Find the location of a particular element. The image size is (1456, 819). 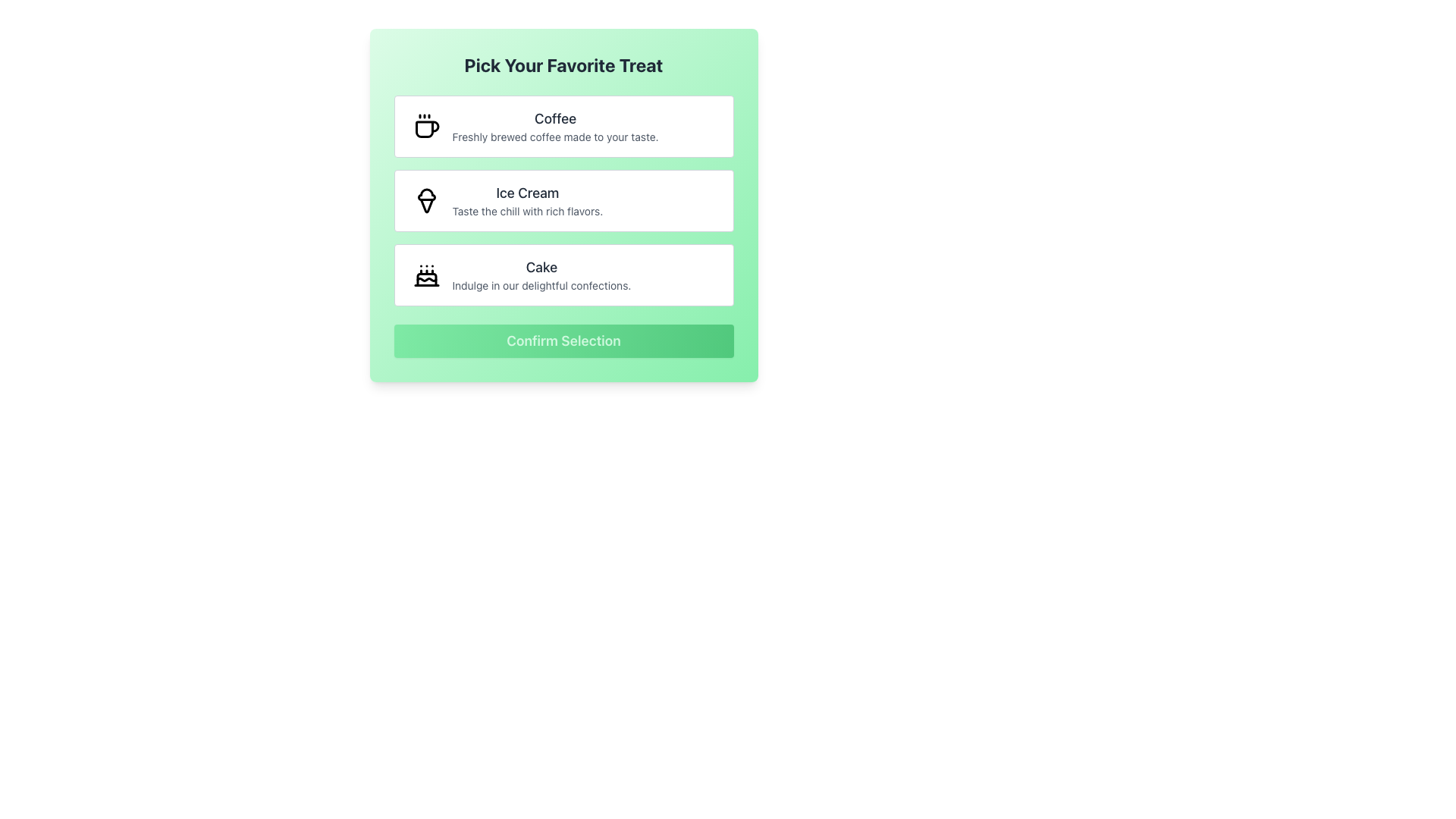

the disabled 'Confirm Selection' button with a gradient background and white text located at the bottom of the selection list is located at coordinates (563, 341).